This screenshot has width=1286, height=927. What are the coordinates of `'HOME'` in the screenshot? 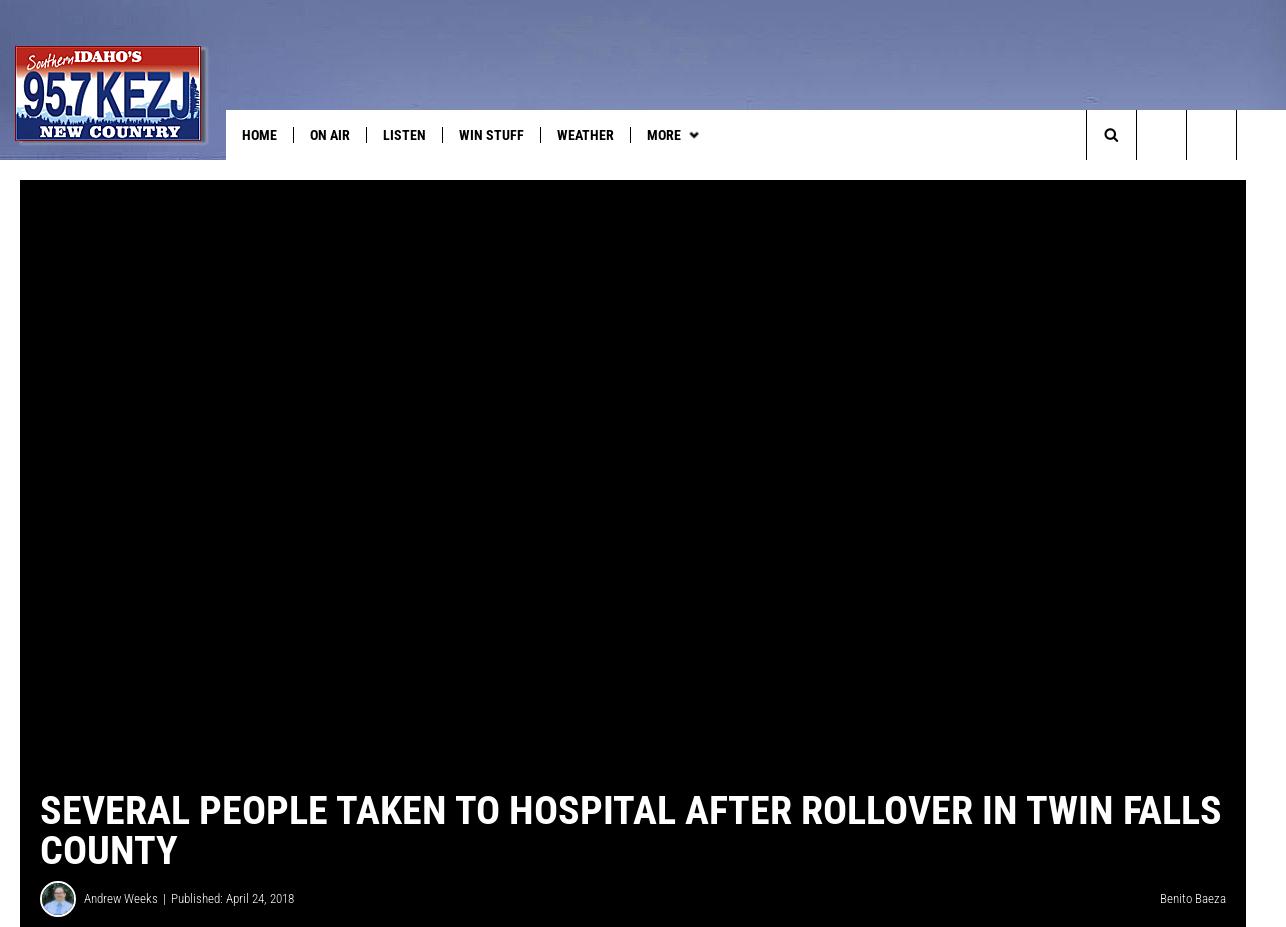 It's located at (259, 133).